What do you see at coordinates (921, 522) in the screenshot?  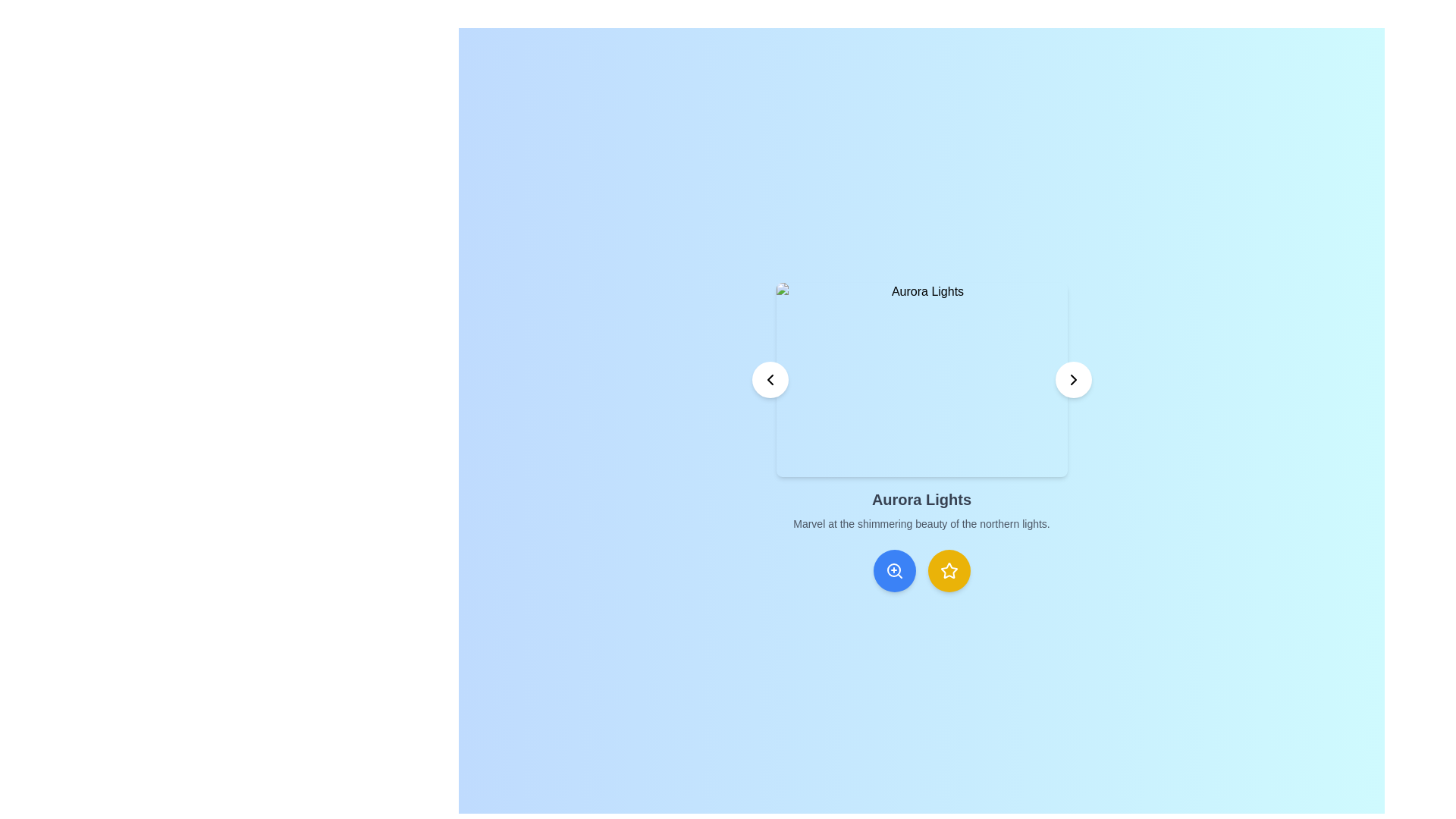 I see `the text label providing descriptive information about 'Aurora Lights', which is located centrally beneath the main title` at bounding box center [921, 522].